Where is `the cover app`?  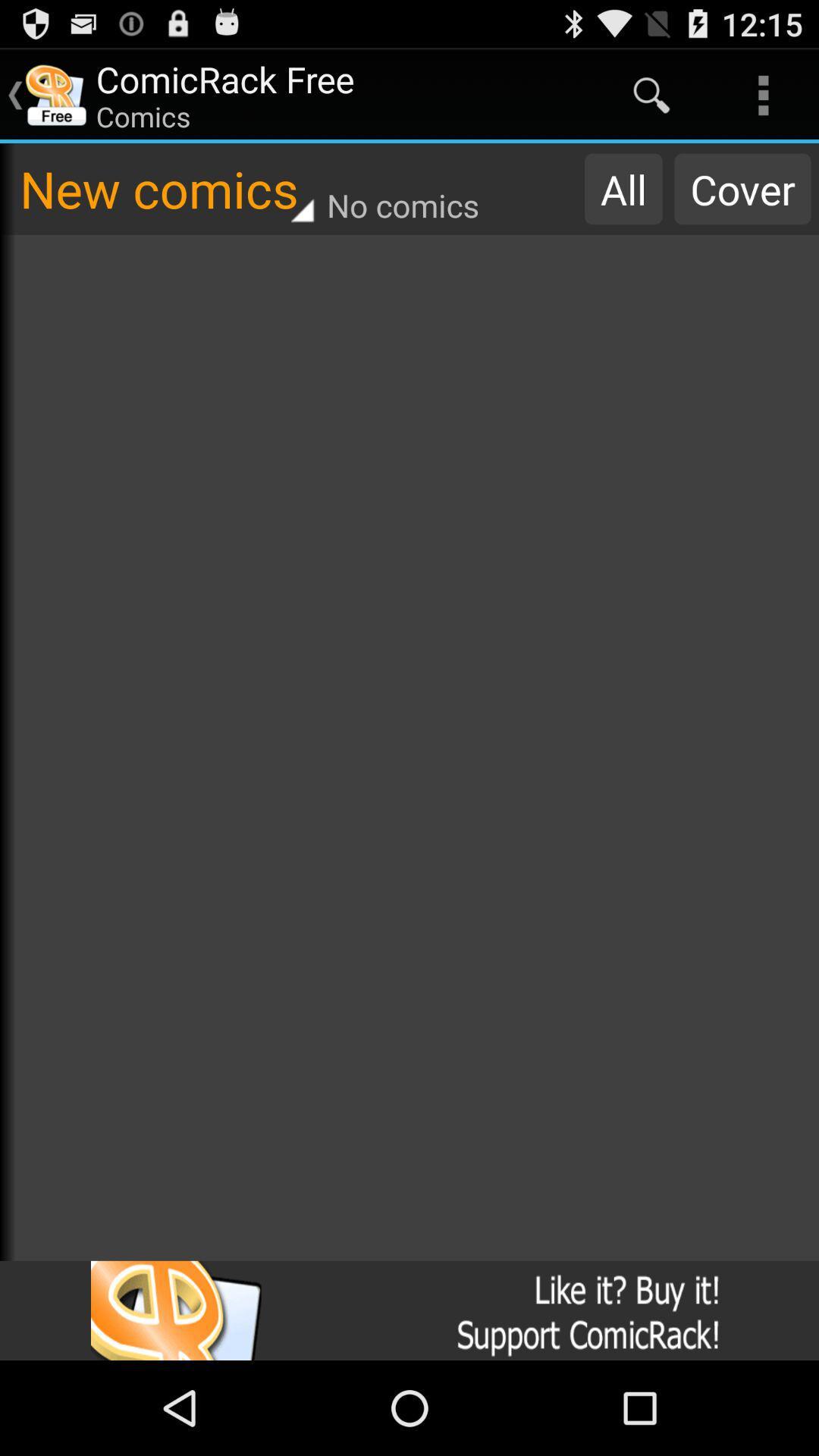
the cover app is located at coordinates (742, 188).